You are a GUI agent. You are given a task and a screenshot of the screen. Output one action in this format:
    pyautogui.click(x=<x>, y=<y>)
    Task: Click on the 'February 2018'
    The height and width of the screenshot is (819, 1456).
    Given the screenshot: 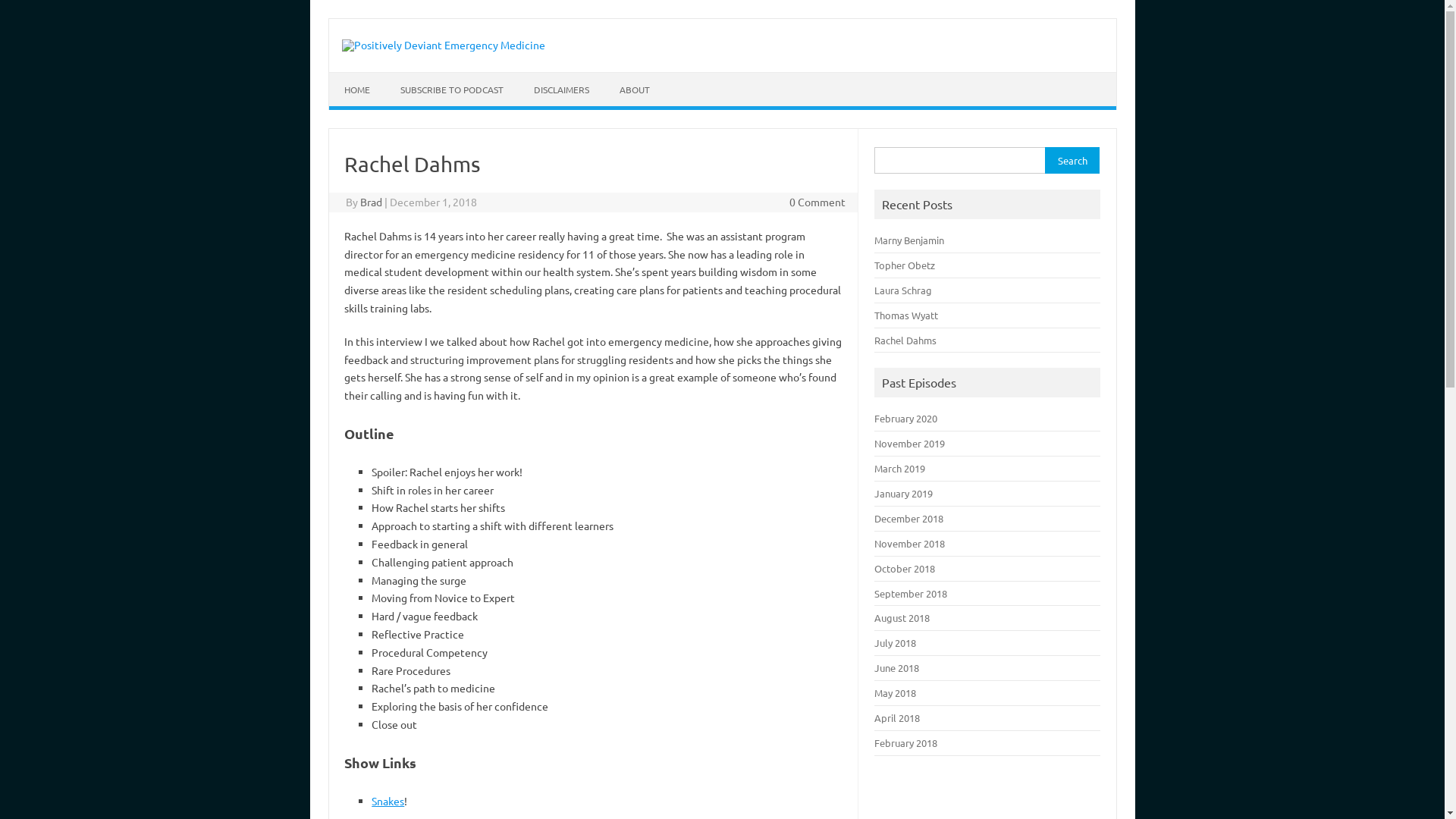 What is the action you would take?
    pyautogui.click(x=874, y=742)
    